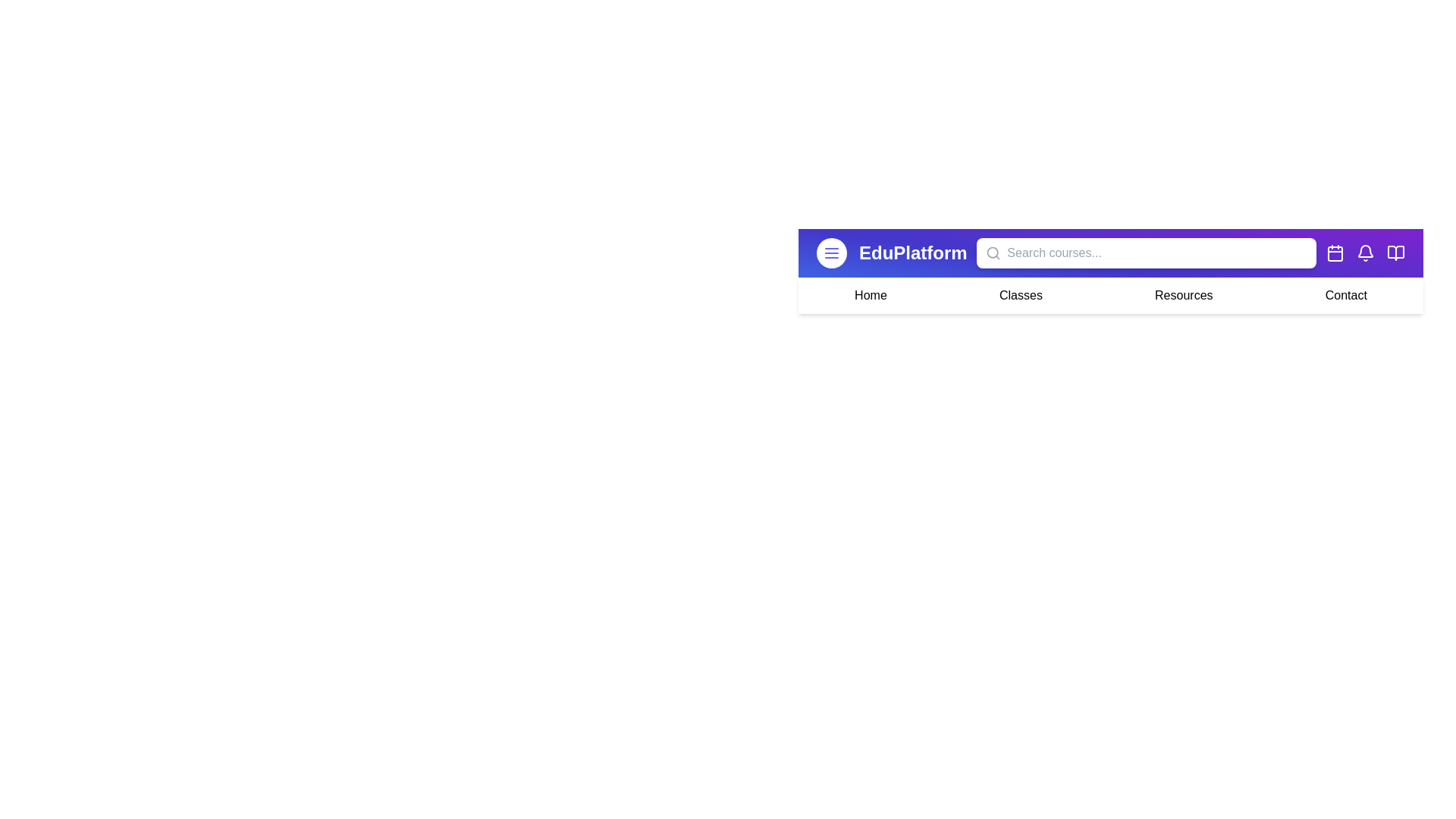 The height and width of the screenshot is (819, 1456). I want to click on the Resources icon in the EduAppBar, so click(1395, 253).